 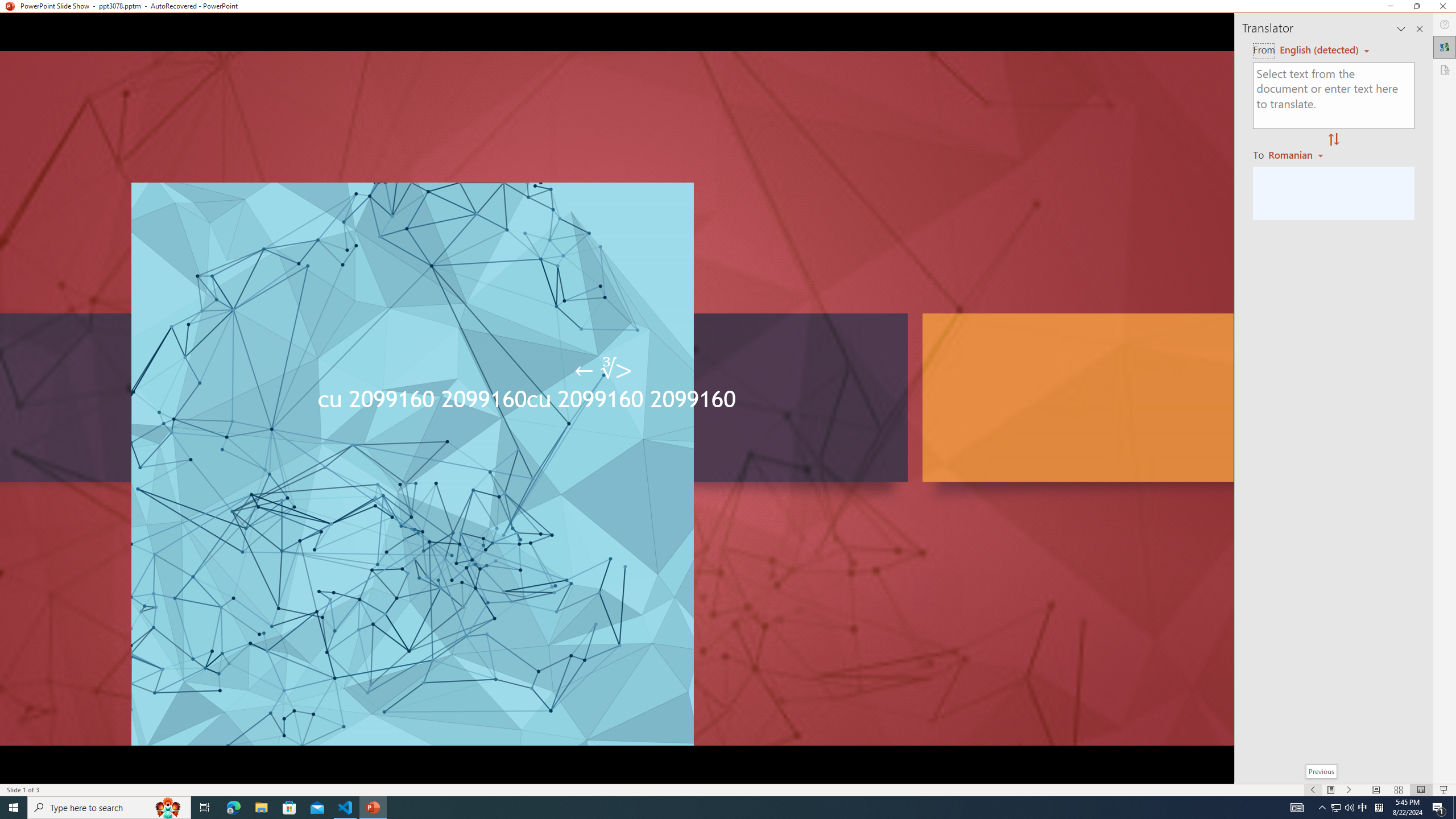 I want to click on 'Slide Show', so click(x=1444, y=790).